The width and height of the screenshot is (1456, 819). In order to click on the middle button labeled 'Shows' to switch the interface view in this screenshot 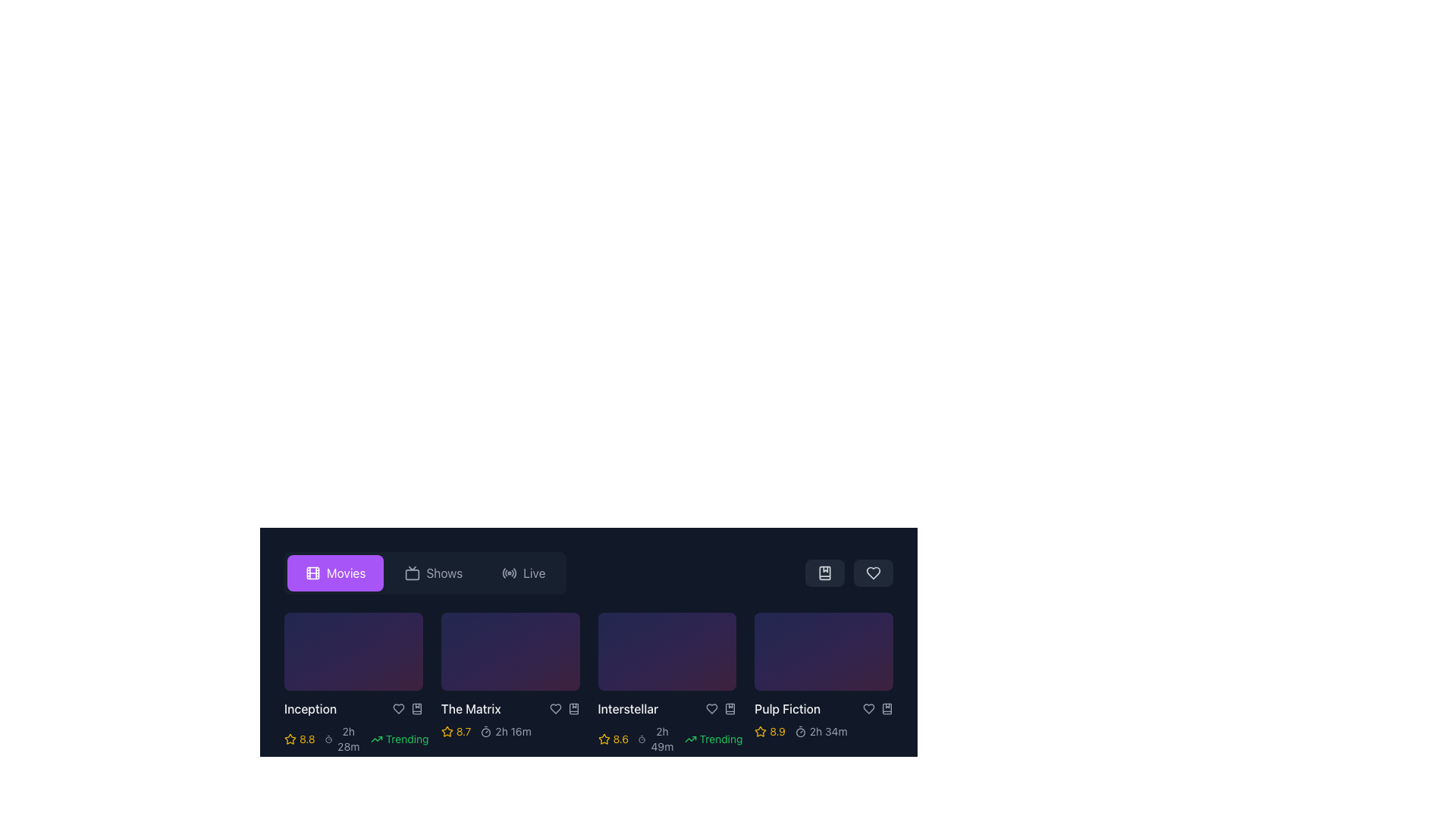, I will do `click(433, 573)`.